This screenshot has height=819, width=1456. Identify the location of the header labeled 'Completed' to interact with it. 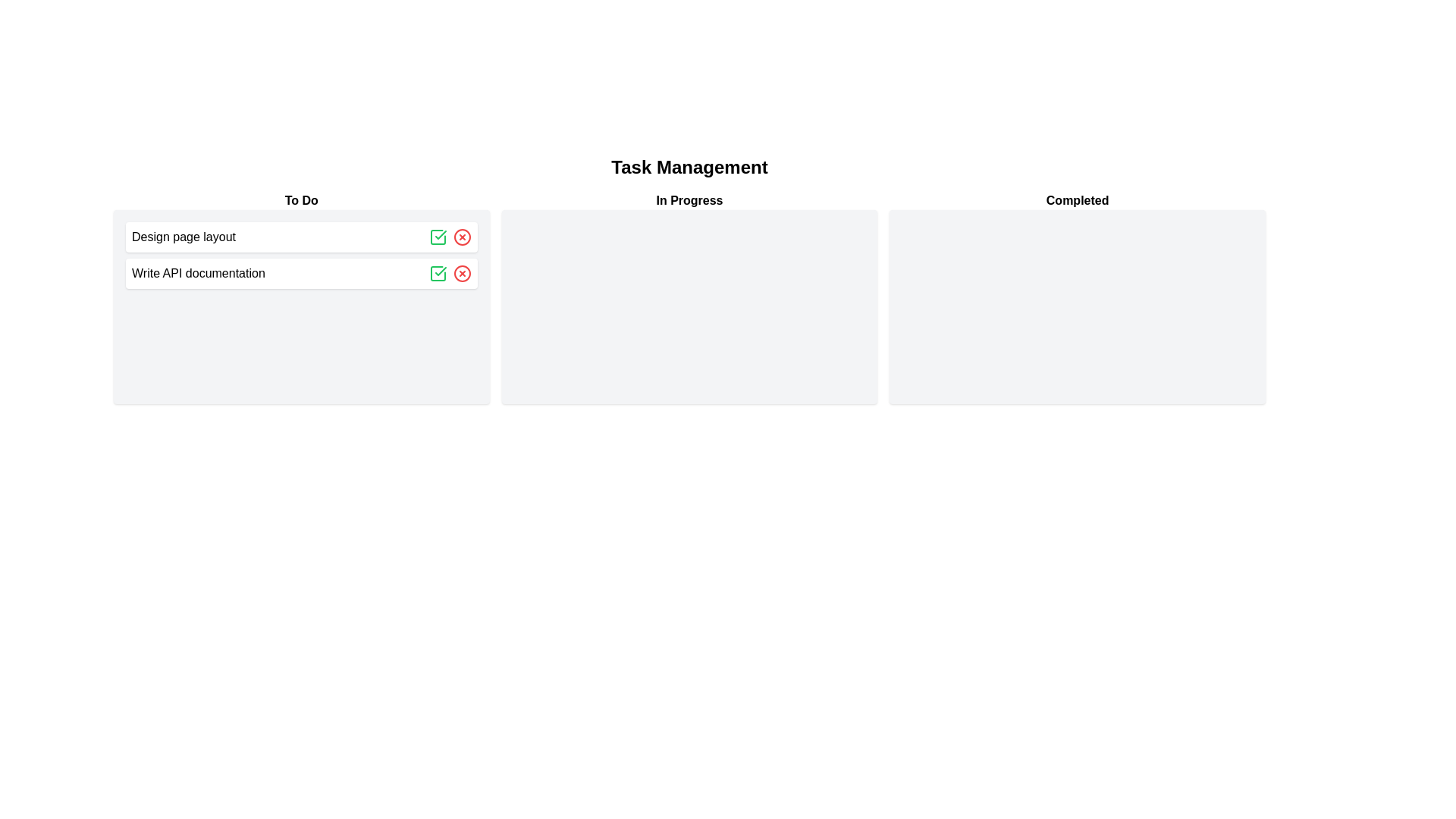
(1077, 200).